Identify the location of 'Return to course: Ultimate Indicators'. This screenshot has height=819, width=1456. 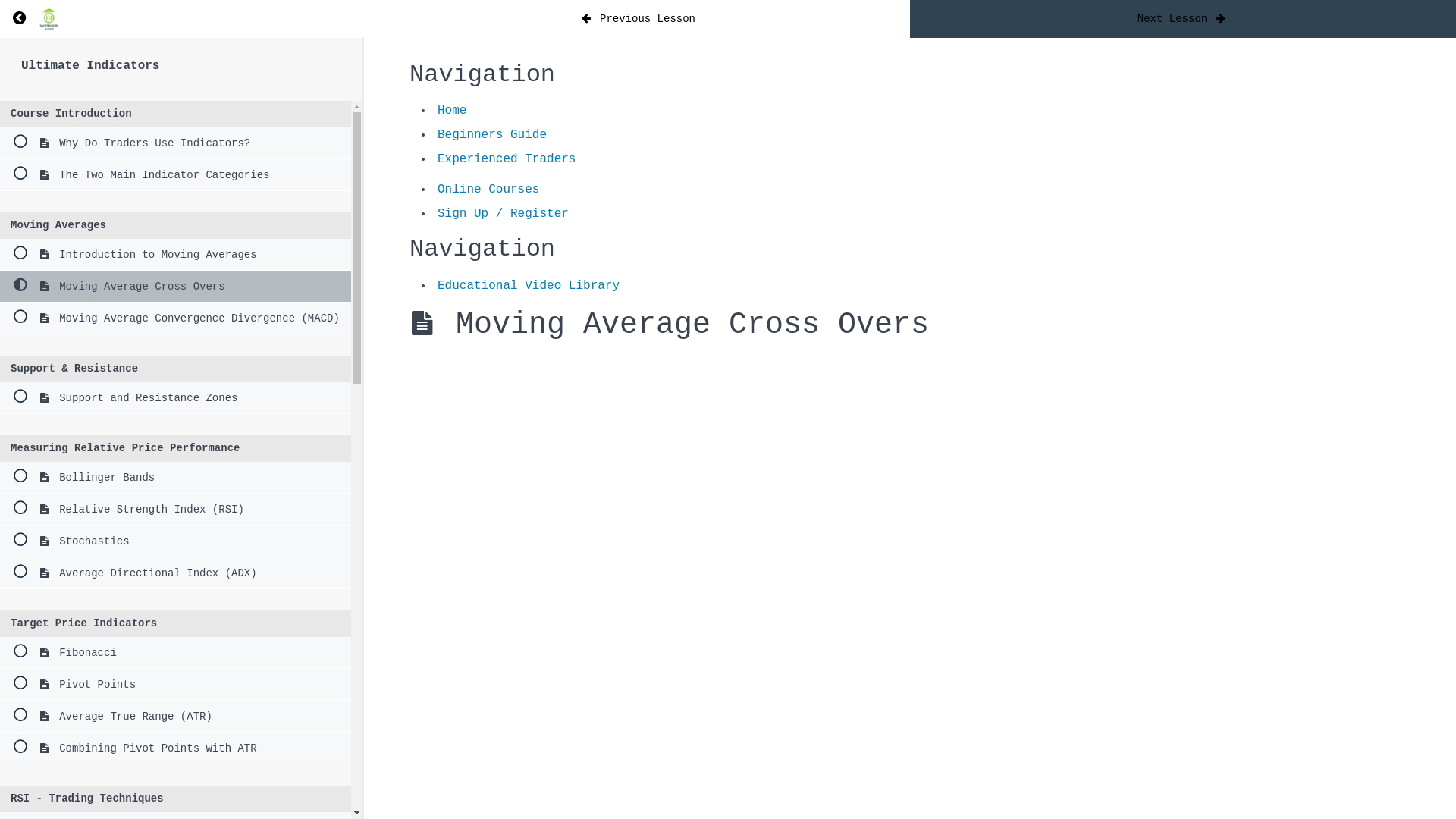
(18, 18).